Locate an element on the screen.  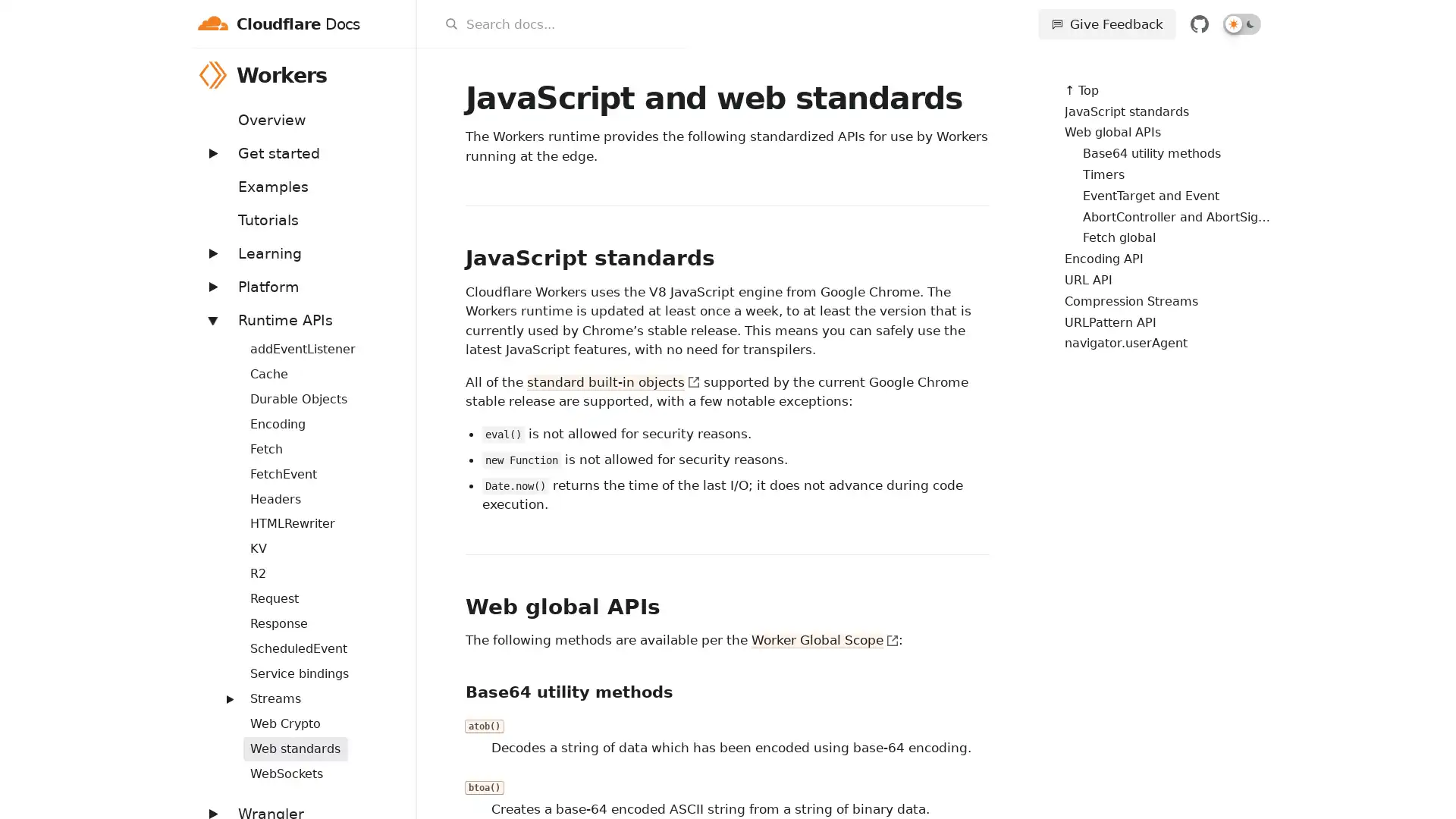
Expand: Workers Sites is located at coordinates (221, 690).